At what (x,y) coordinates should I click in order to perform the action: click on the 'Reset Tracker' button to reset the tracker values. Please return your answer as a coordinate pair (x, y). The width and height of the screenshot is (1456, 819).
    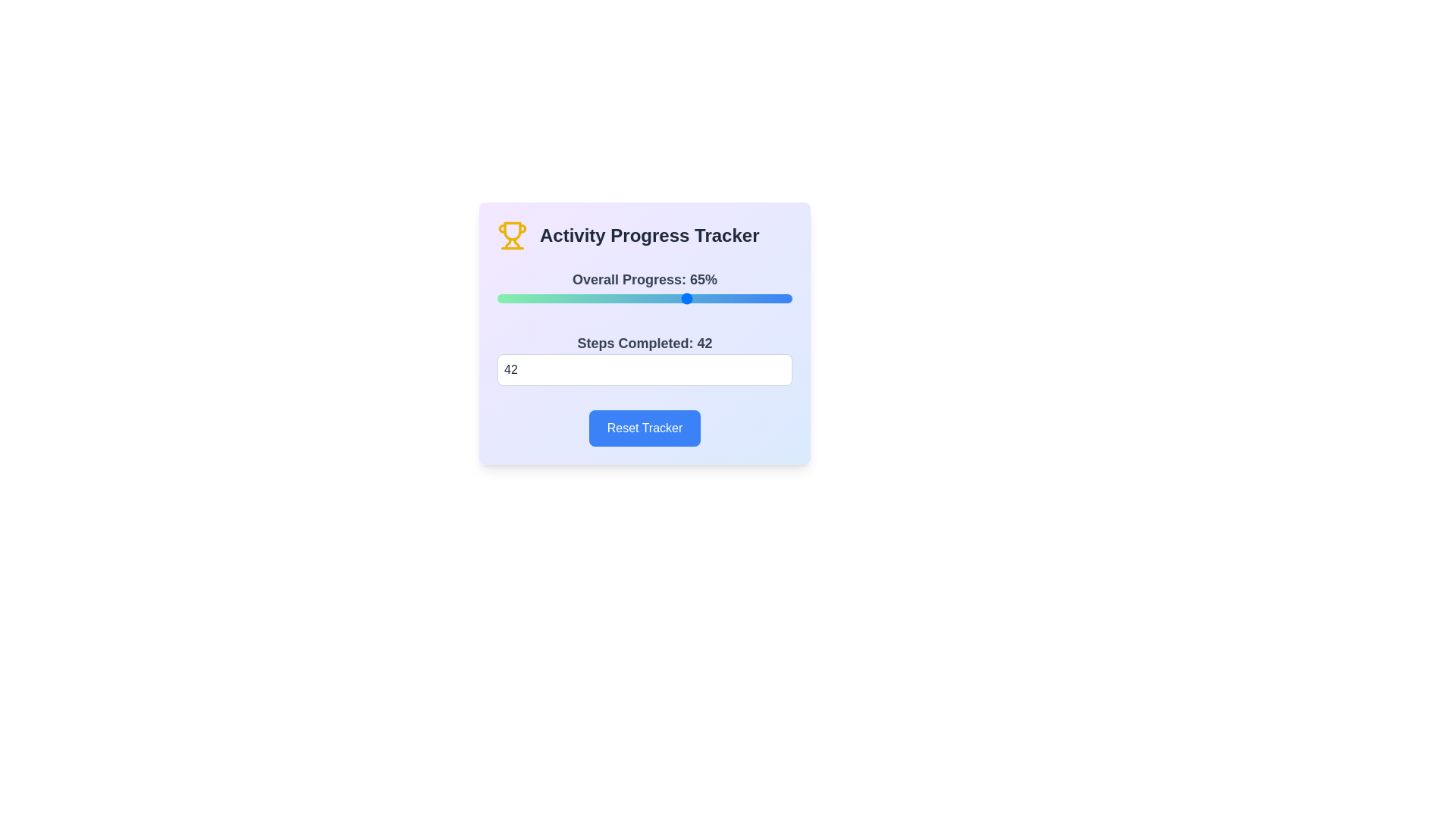
    Looking at the image, I should click on (645, 428).